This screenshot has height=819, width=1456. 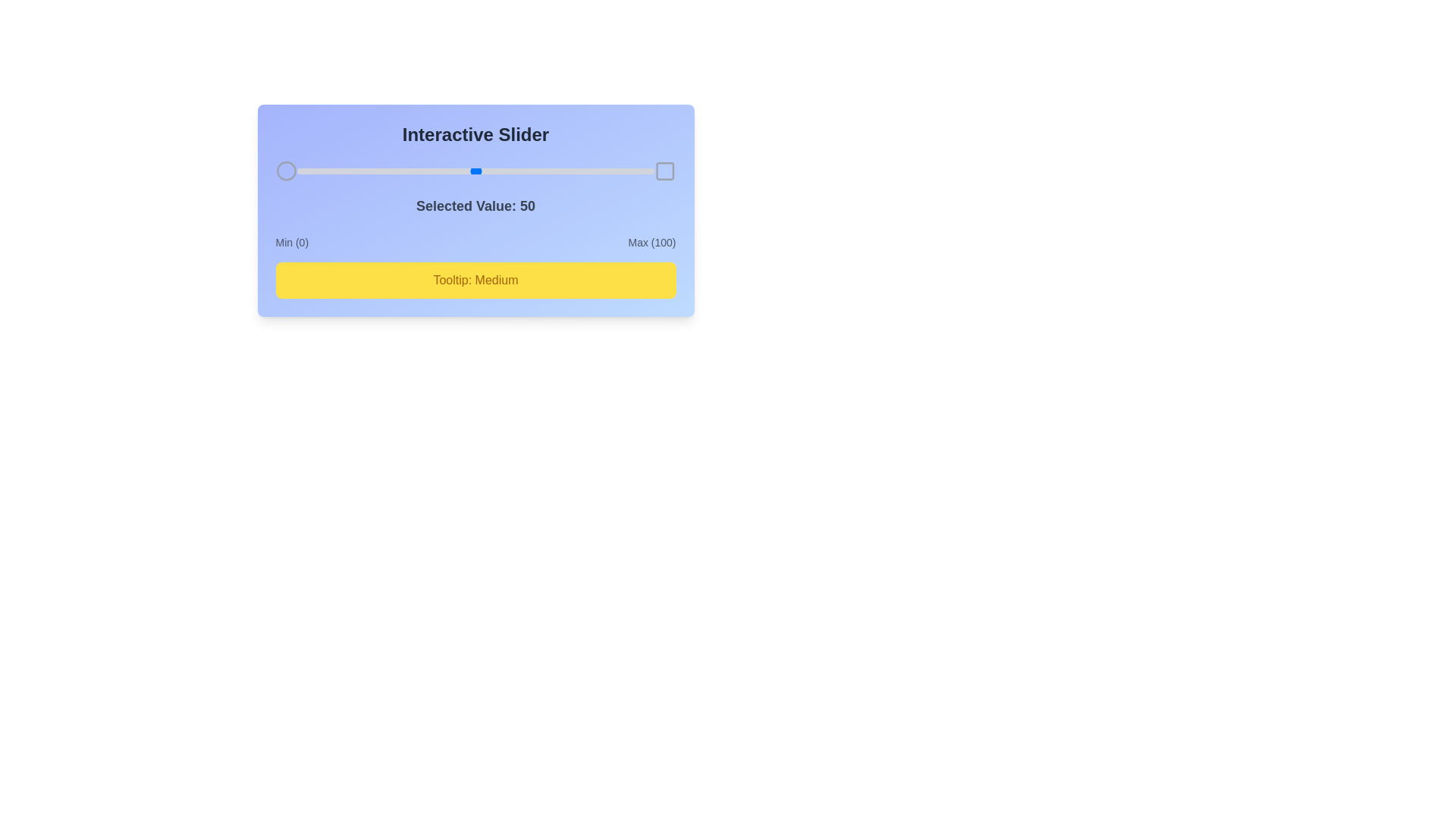 I want to click on the slider to set its value to 97, so click(x=643, y=171).